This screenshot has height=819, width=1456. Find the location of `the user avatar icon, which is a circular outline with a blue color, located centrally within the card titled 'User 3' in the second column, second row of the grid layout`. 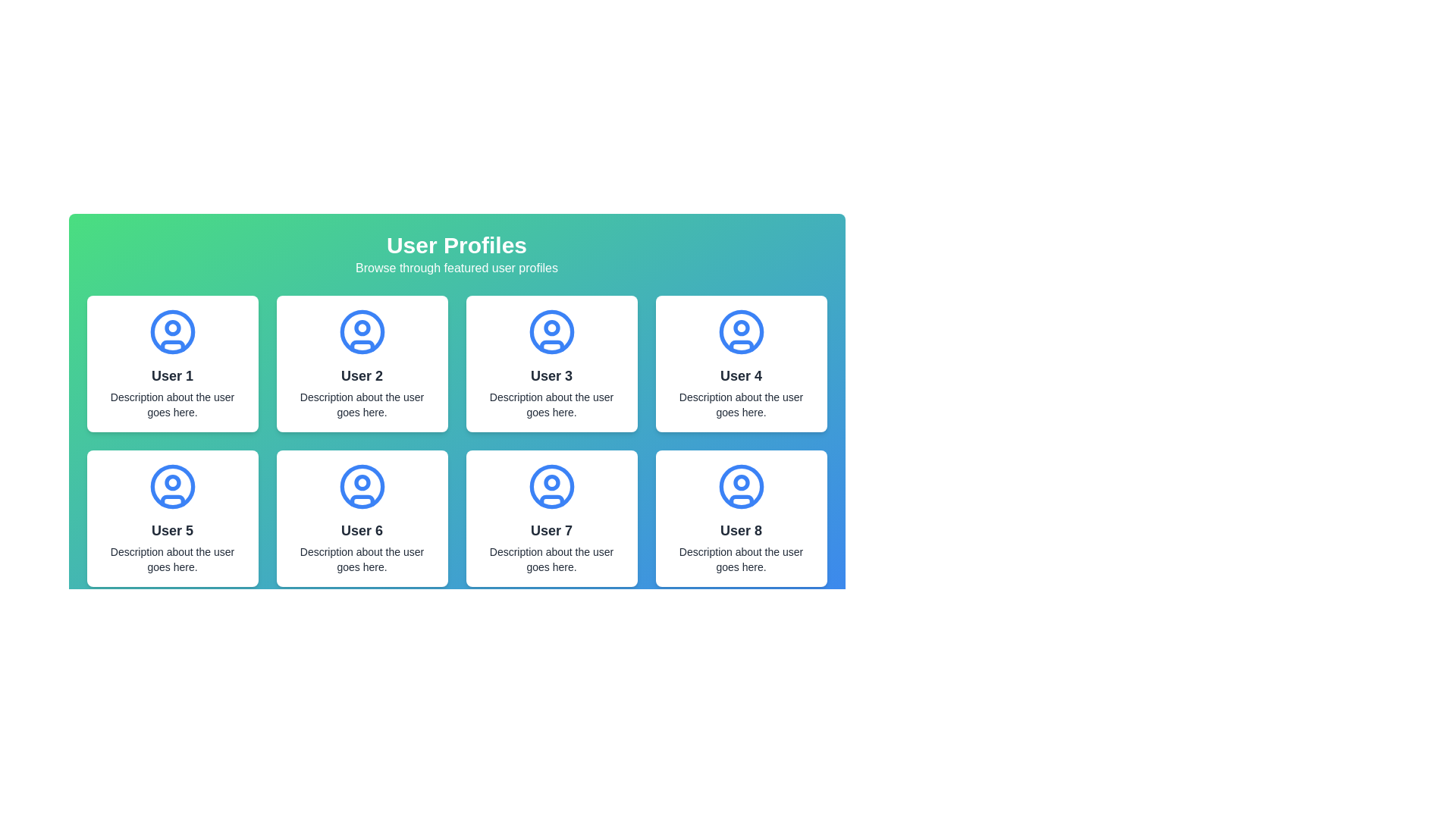

the user avatar icon, which is a circular outline with a blue color, located centrally within the card titled 'User 3' in the second column, second row of the grid layout is located at coordinates (551, 331).